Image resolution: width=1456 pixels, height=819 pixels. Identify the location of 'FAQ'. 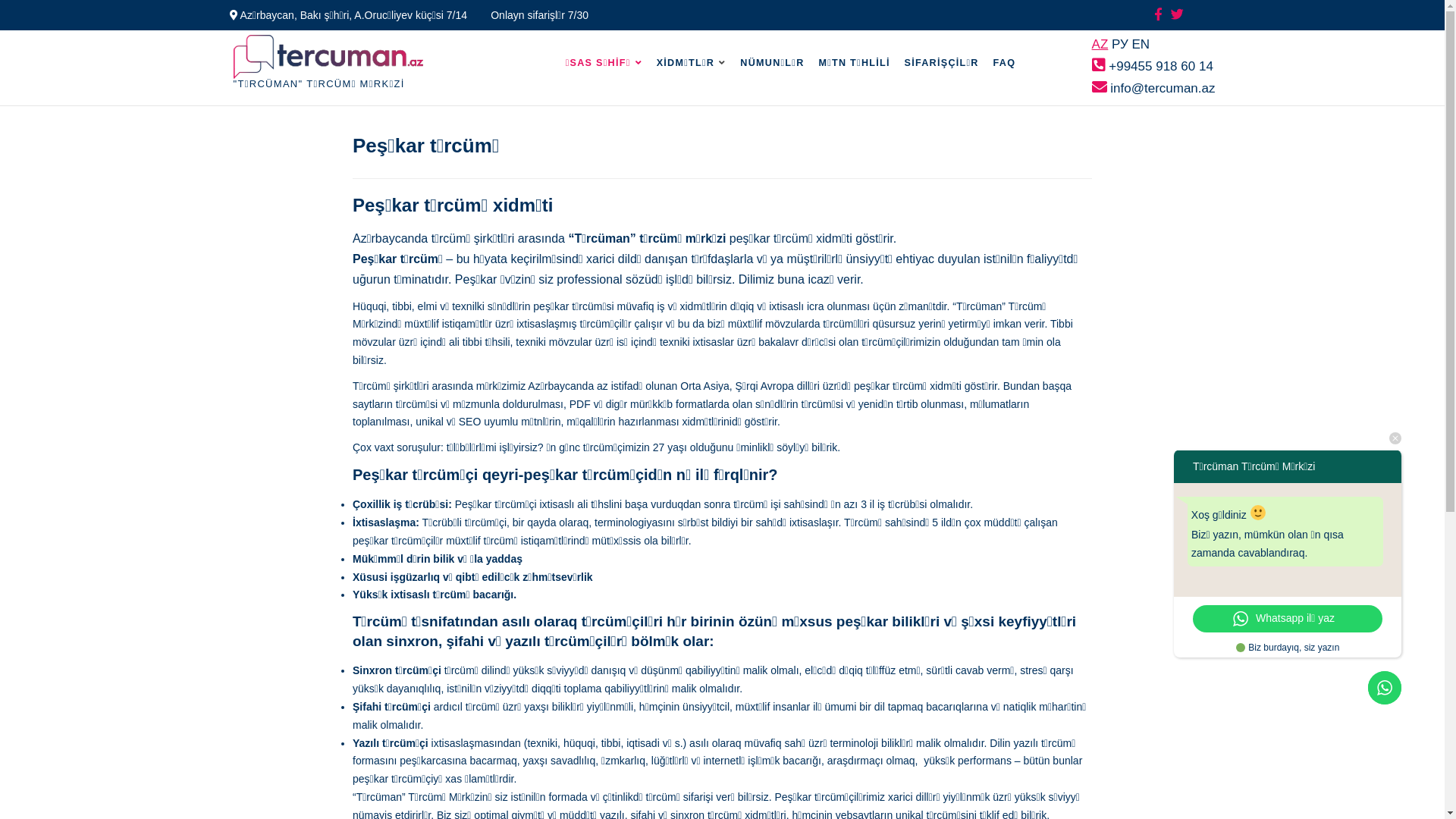
(982, 62).